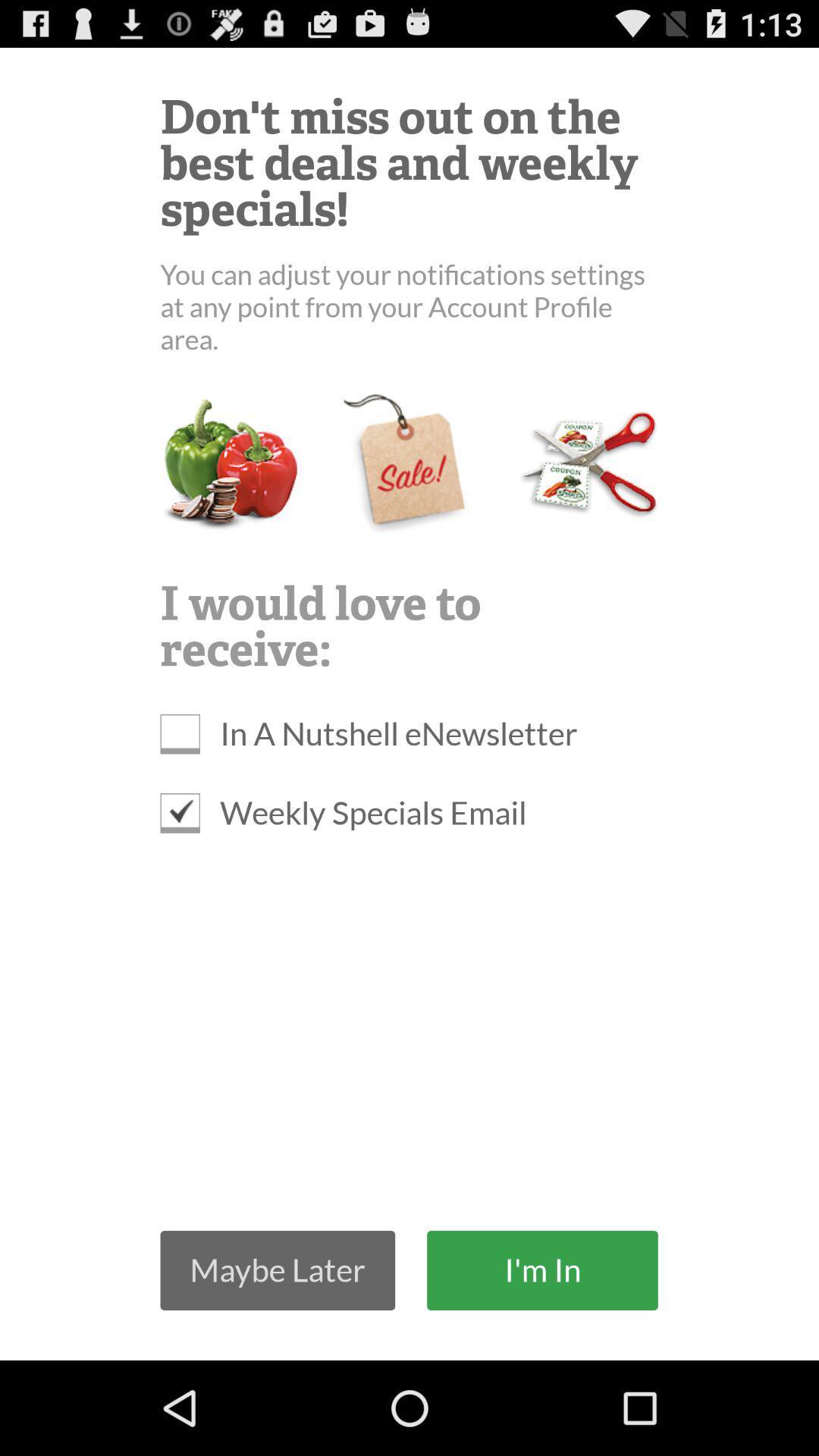 The image size is (819, 1456). Describe the element at coordinates (541, 1270) in the screenshot. I see `the item below weekly specials email` at that location.